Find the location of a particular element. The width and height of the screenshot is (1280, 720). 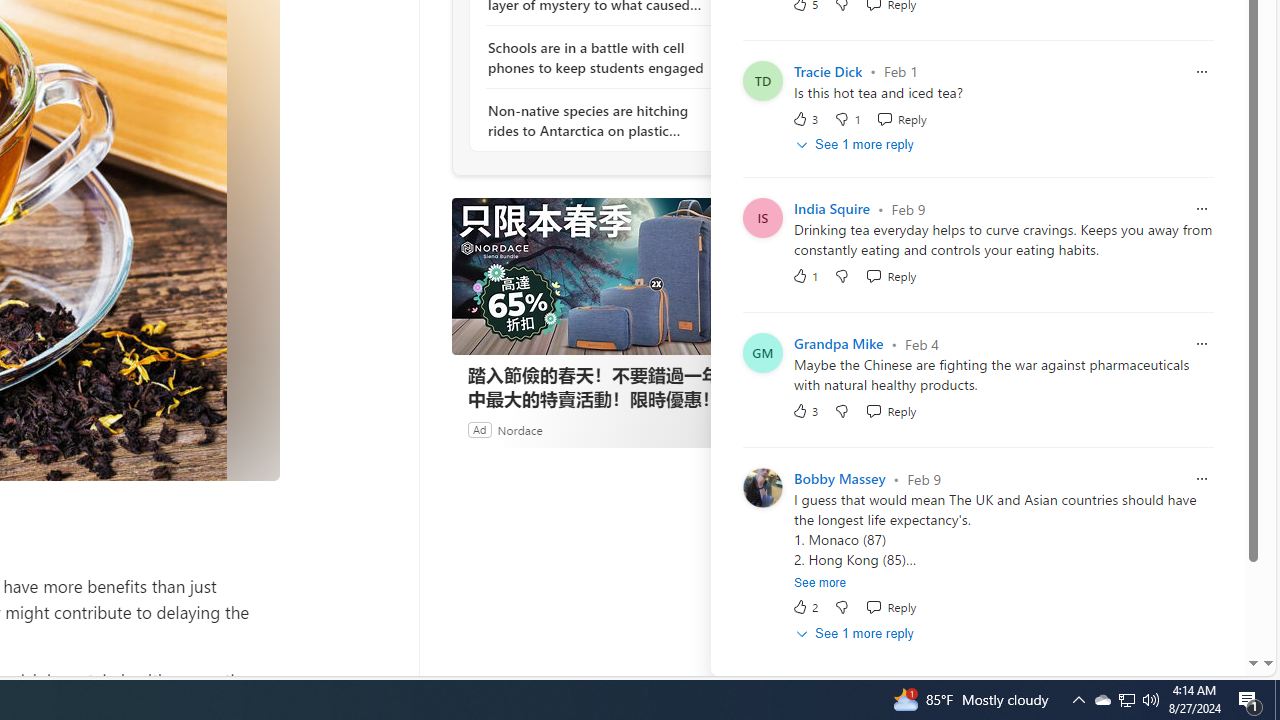

'Ad Choice' is located at coordinates (728, 428).